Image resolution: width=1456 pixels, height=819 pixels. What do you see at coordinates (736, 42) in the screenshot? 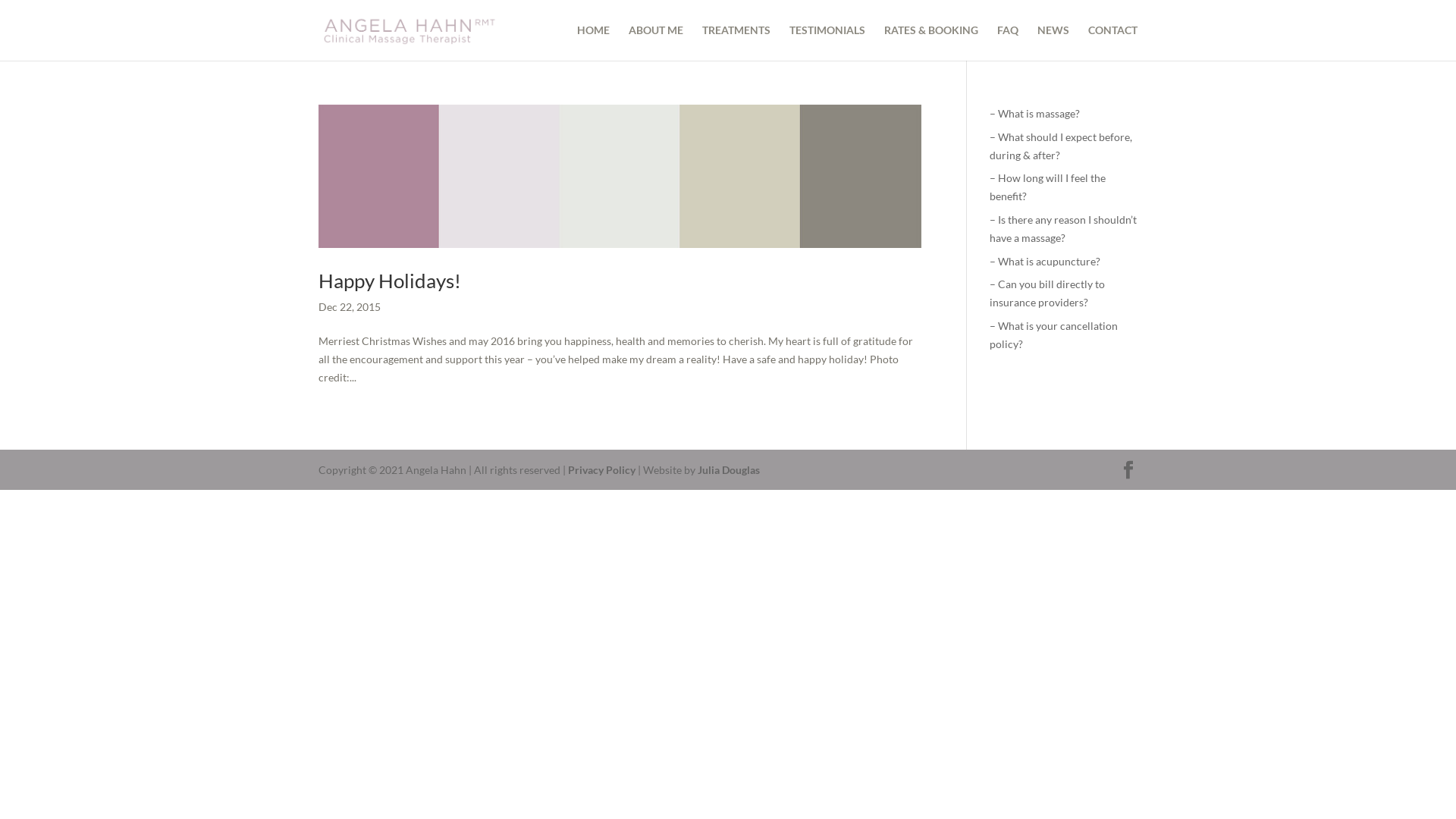
I see `'TREATMENTS'` at bounding box center [736, 42].